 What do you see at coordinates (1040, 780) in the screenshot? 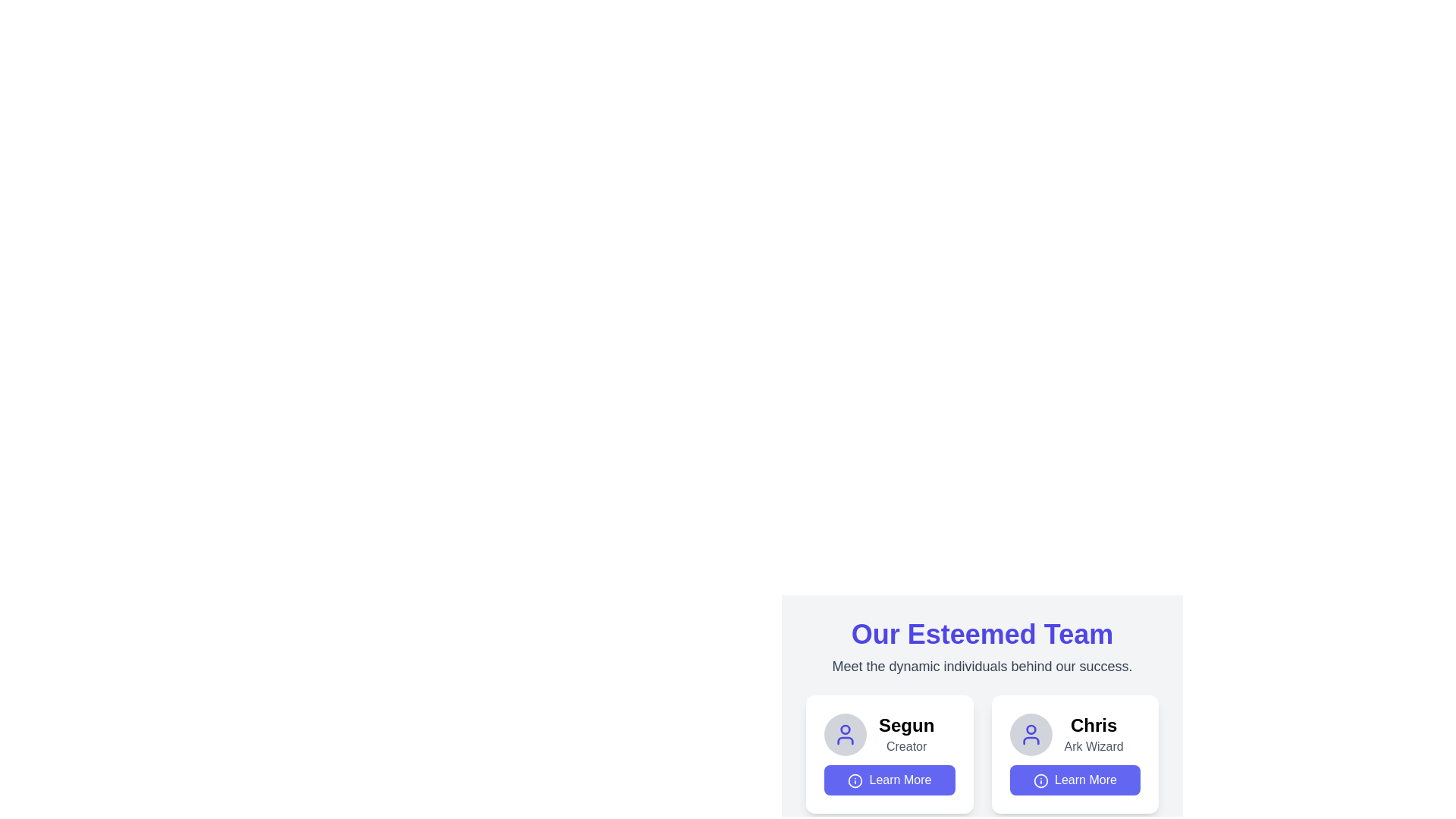
I see `the circular icon with an 'i' symbol located to the left of the 'Learn More' button in the lower-right card segment labeled 'Chris - Ark Wizard'` at bounding box center [1040, 780].